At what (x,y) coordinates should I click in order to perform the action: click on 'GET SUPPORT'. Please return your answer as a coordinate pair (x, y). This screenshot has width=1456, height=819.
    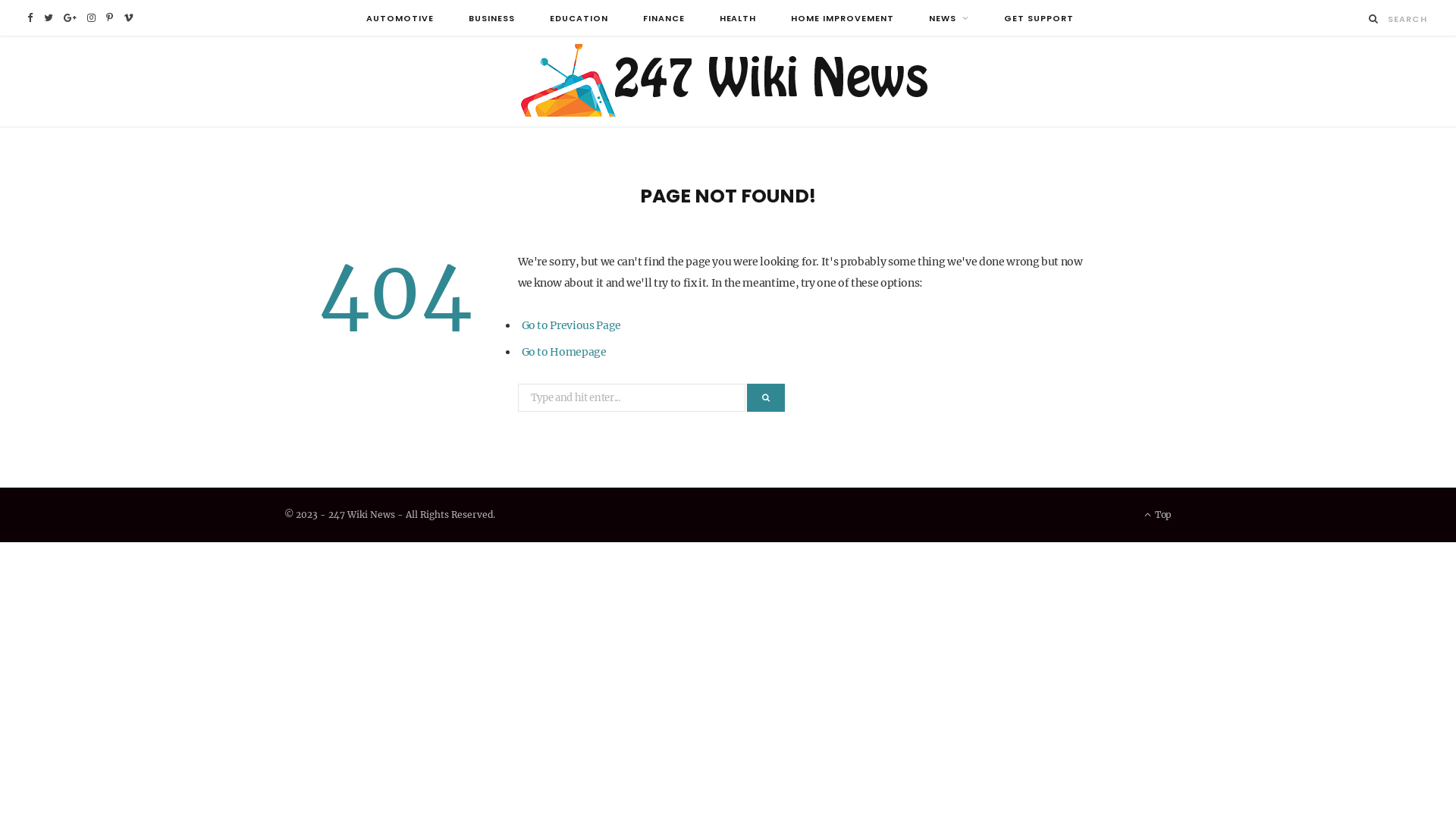
    Looking at the image, I should click on (987, 17).